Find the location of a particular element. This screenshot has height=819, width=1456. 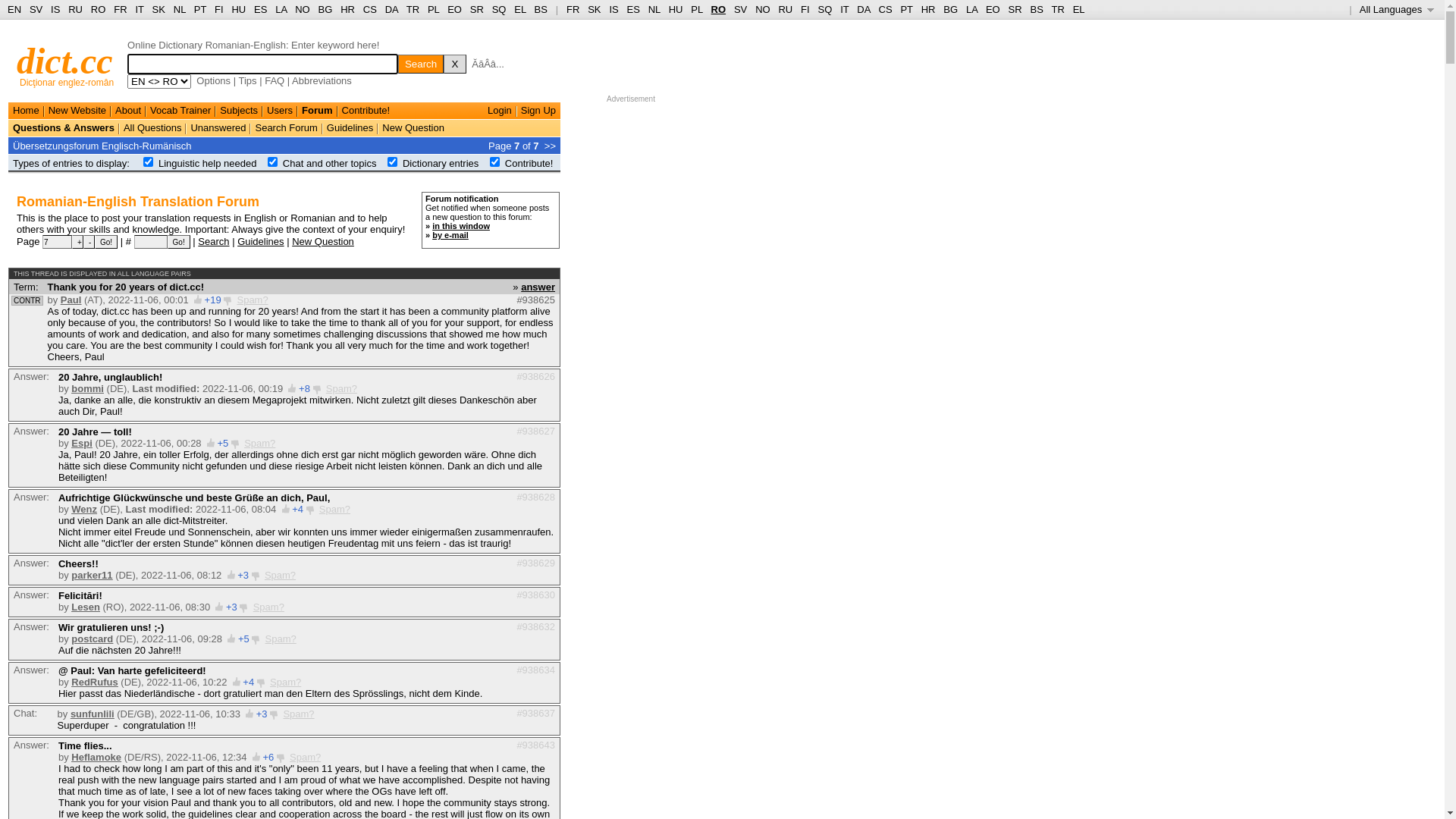

'IS' is located at coordinates (613, 9).